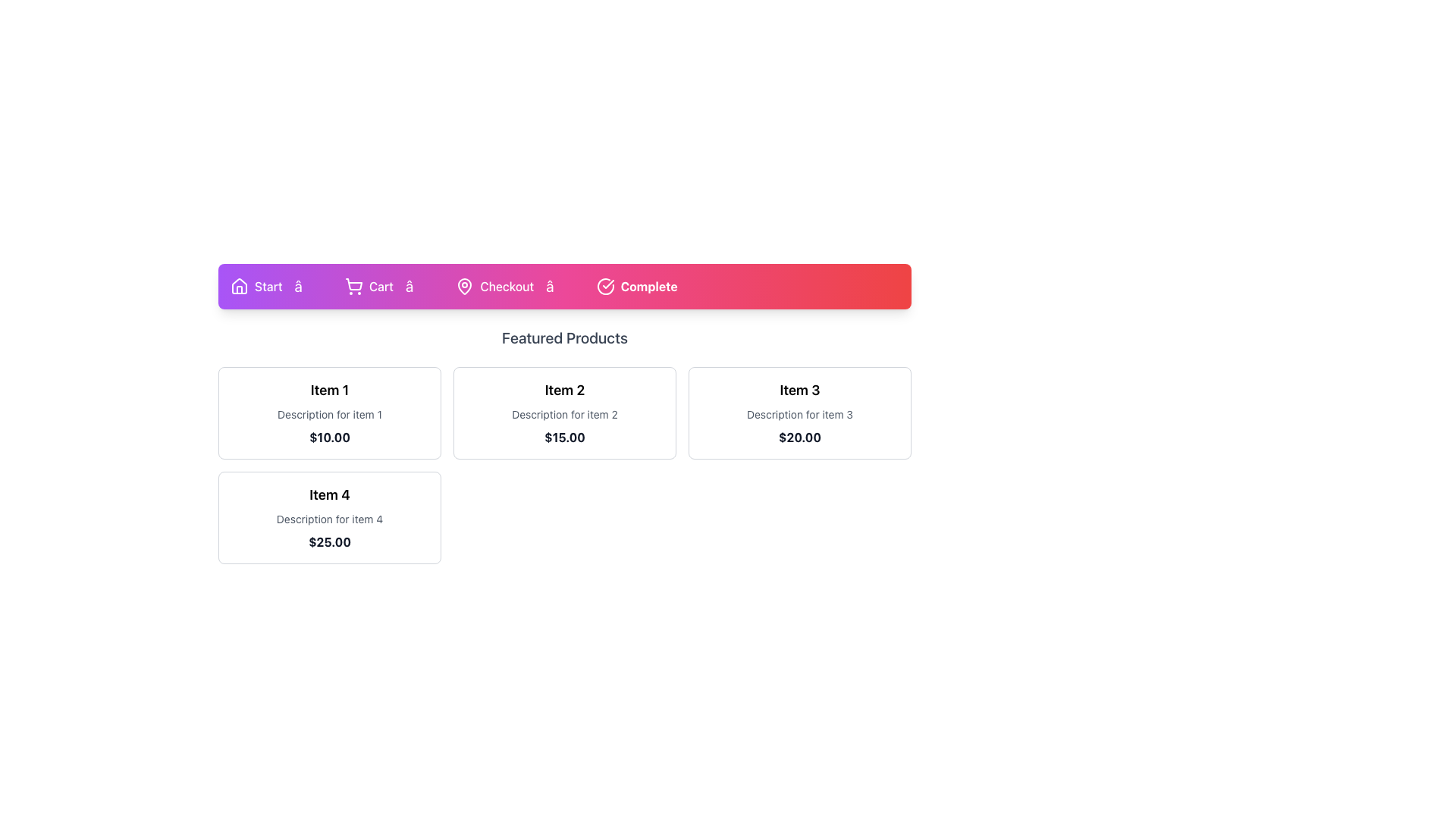 This screenshot has width=1456, height=819. Describe the element at coordinates (329, 519) in the screenshot. I see `the static text label that describes the product 'Item 4', located within the fourth product card, positioned between the title and the price` at that location.